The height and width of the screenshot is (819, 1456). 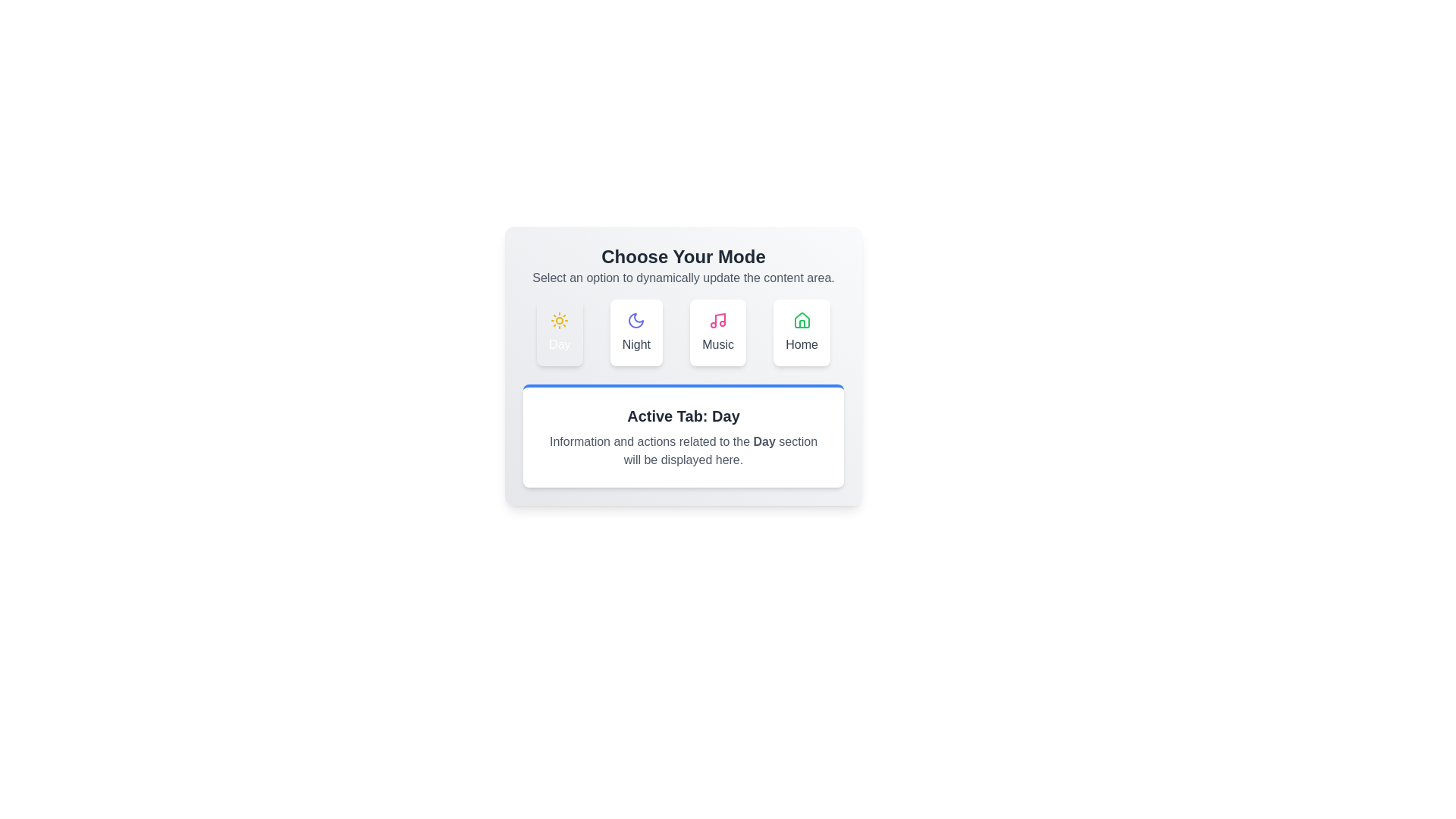 I want to click on the static text element that provides instructions directly below 'Choose Your Mode' in the interface, so click(x=682, y=278).